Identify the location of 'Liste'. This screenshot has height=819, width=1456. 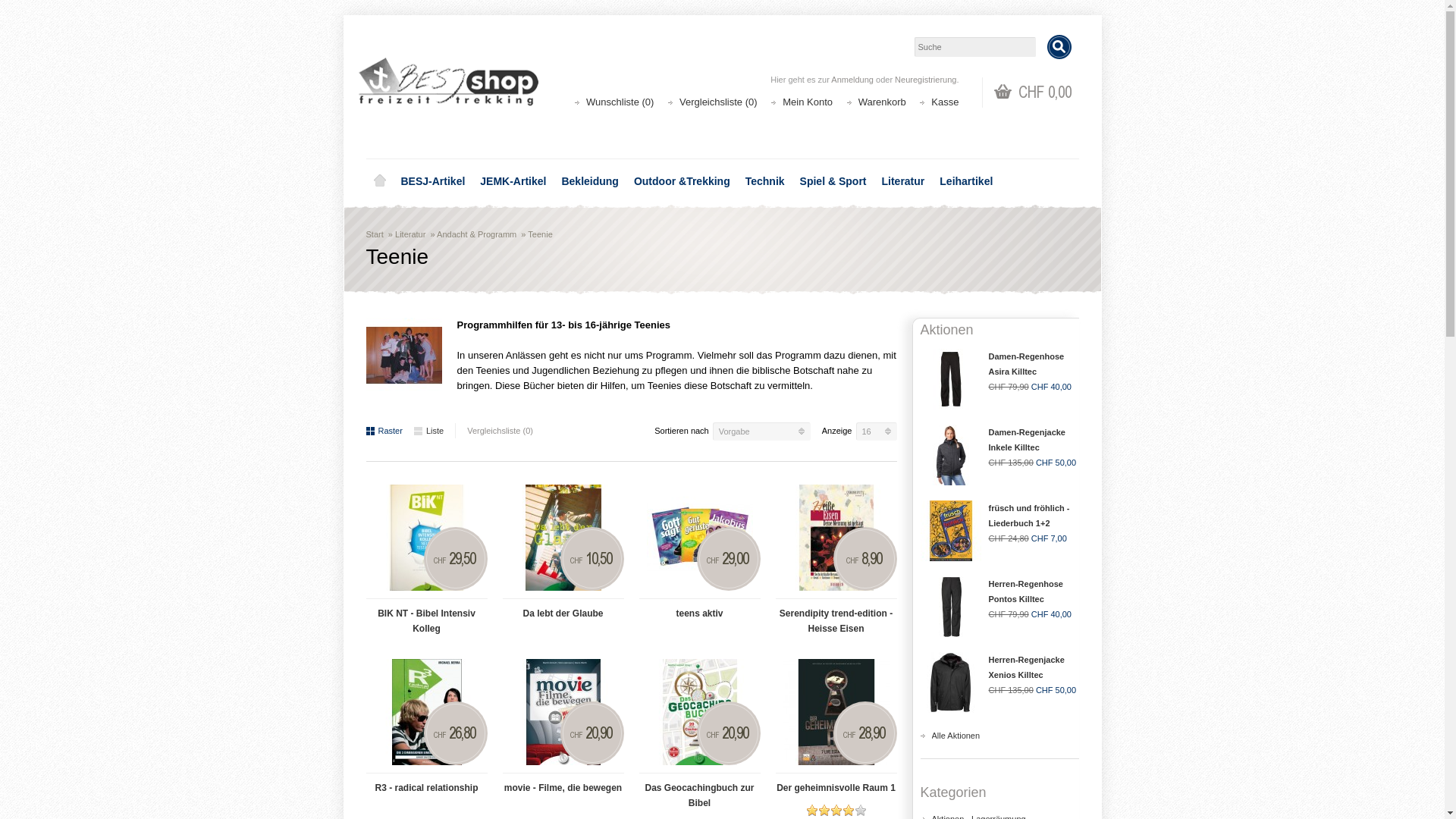
(428, 430).